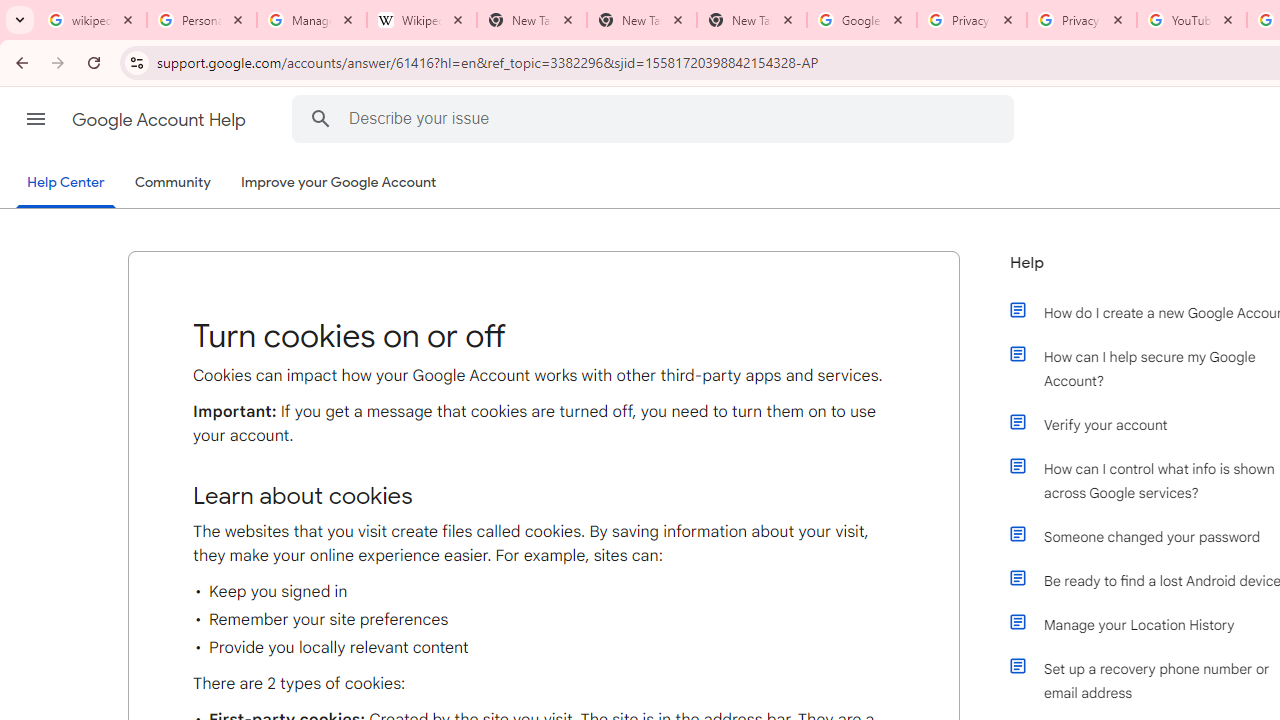 The image size is (1280, 720). Describe the element at coordinates (1191, 20) in the screenshot. I see `'YouTube'` at that location.